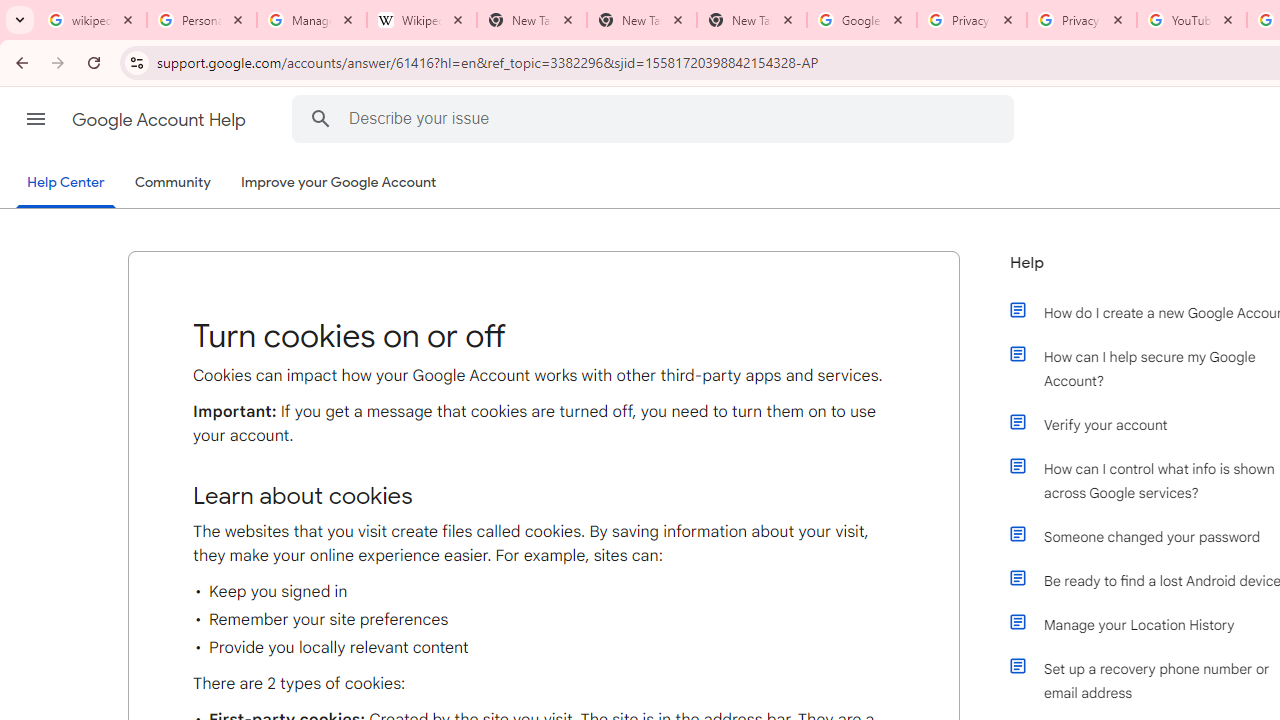 The image size is (1280, 720). Describe the element at coordinates (1191, 20) in the screenshot. I see `'YouTube'` at that location.